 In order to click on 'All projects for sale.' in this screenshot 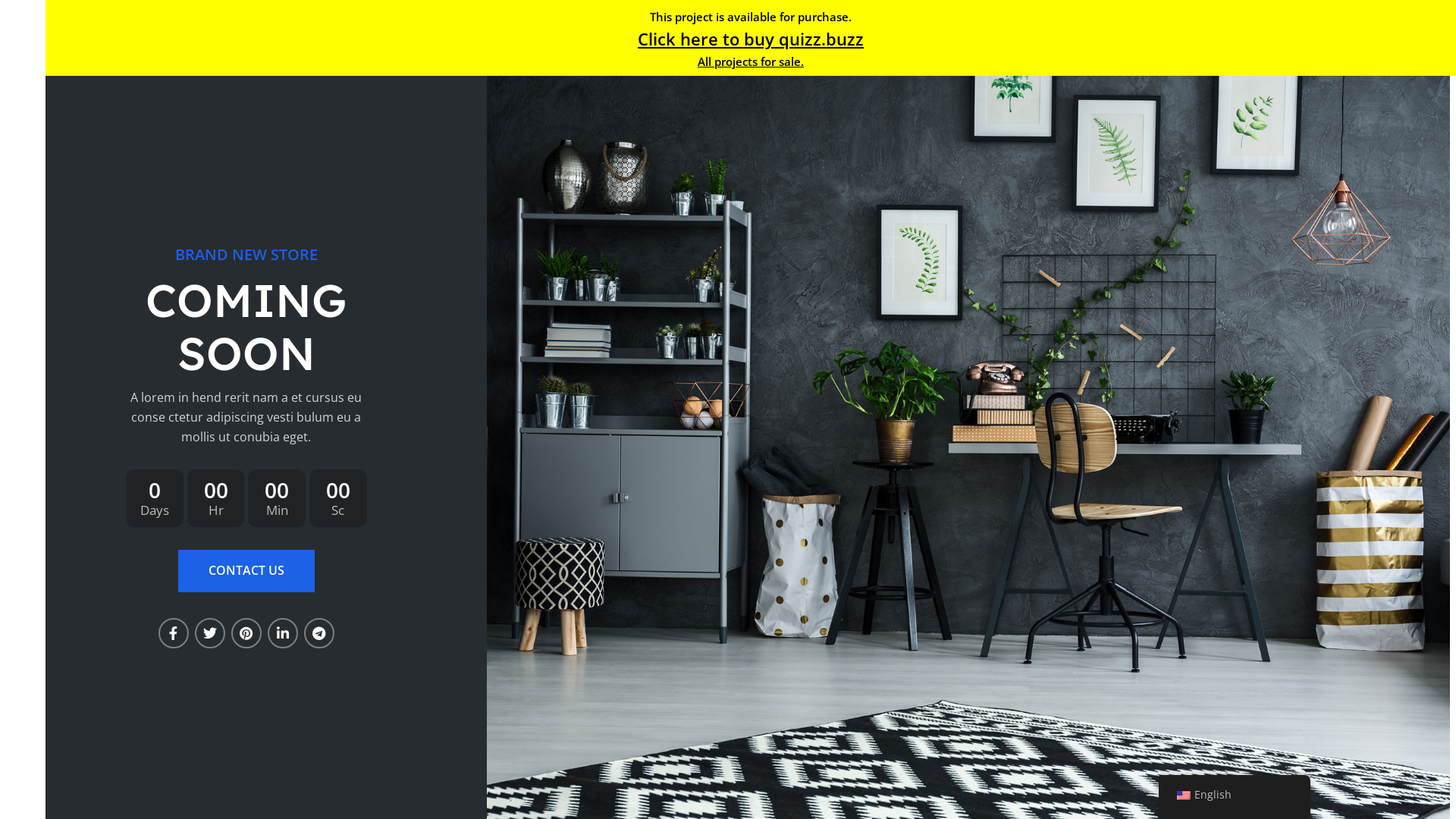, I will do `click(697, 61)`.